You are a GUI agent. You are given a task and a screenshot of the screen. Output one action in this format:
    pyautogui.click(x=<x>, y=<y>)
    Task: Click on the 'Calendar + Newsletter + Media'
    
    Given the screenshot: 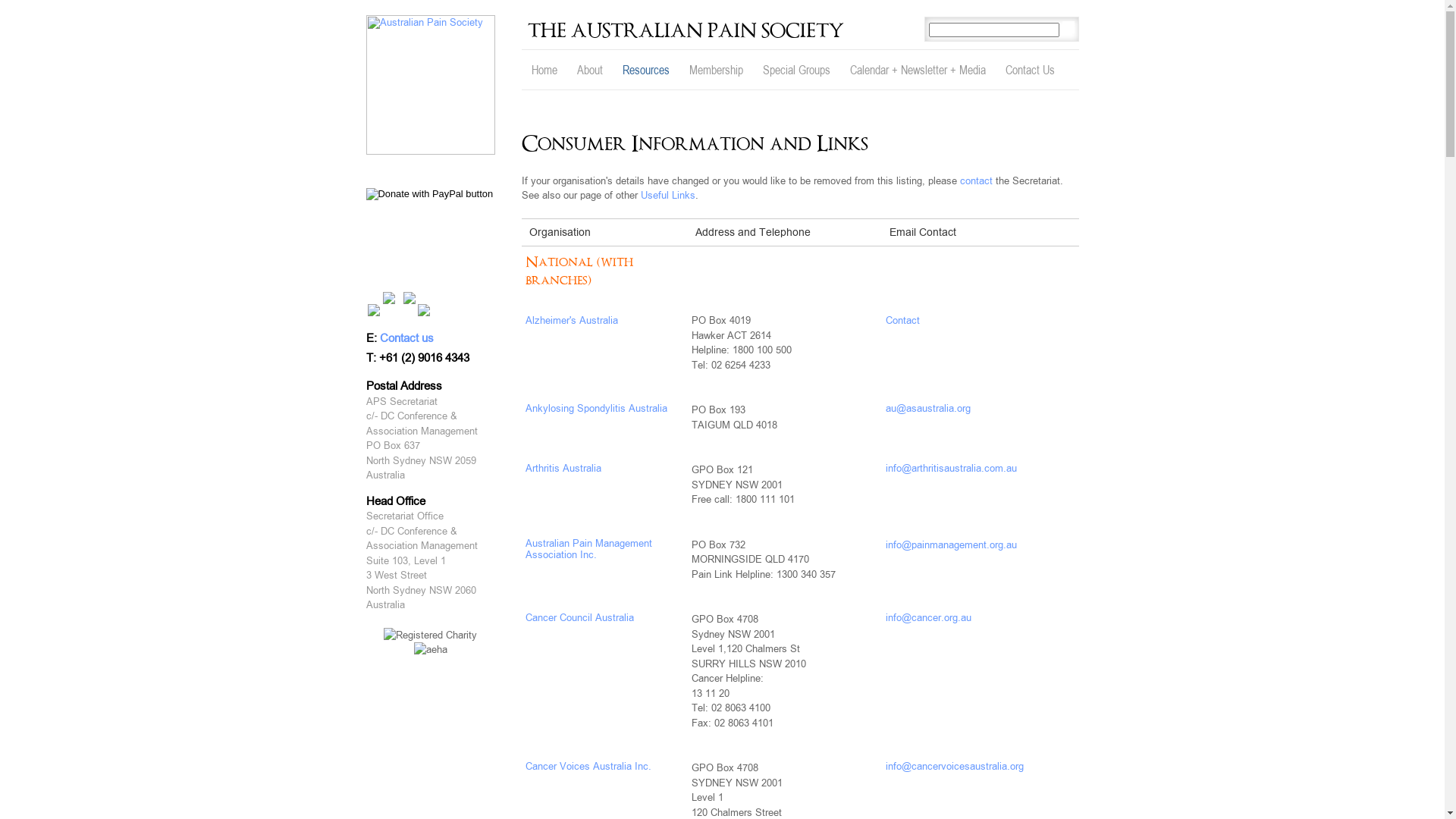 What is the action you would take?
    pyautogui.click(x=917, y=70)
    